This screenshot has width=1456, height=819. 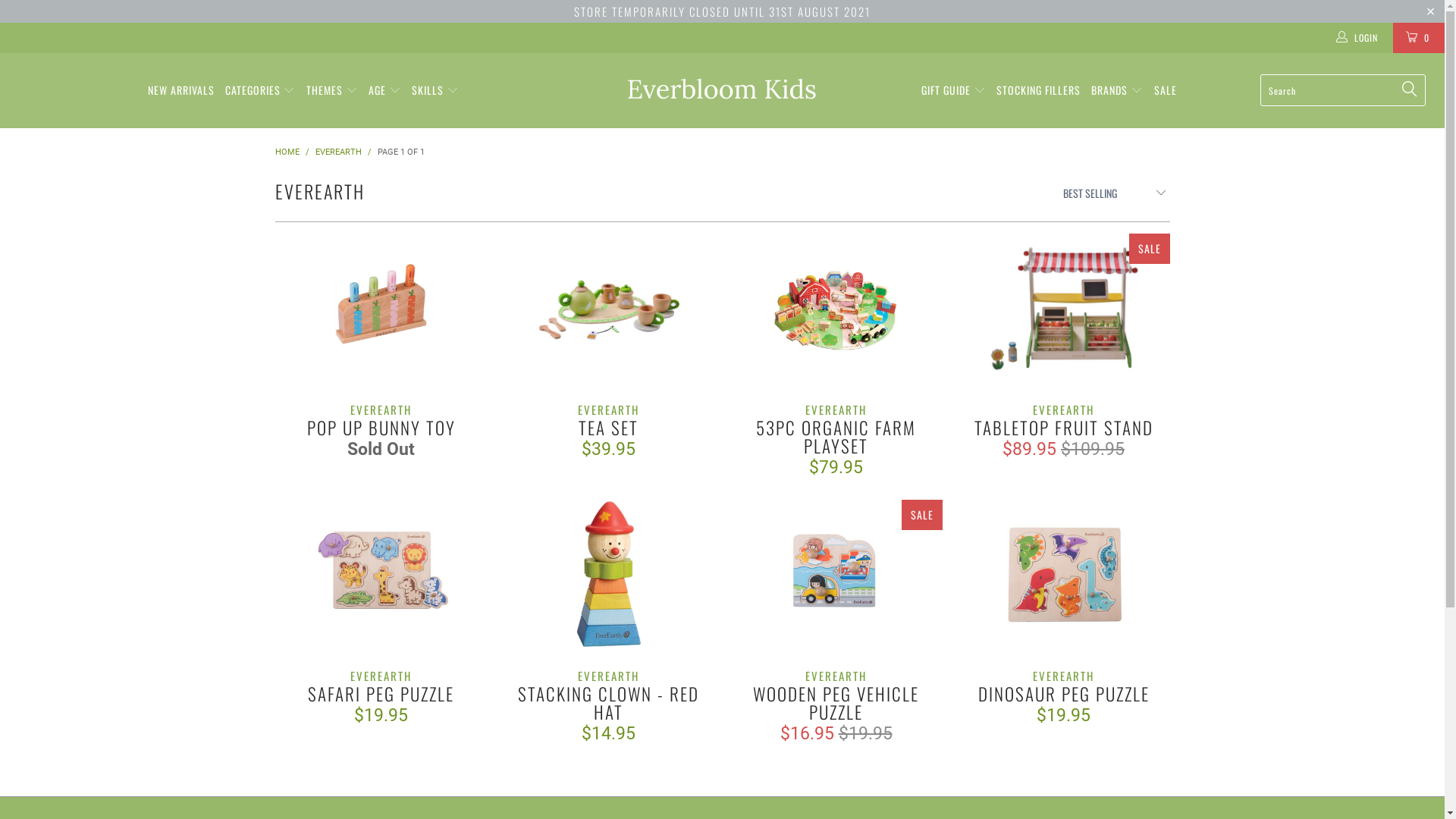 What do you see at coordinates (1117, 90) in the screenshot?
I see `'BRANDS'` at bounding box center [1117, 90].